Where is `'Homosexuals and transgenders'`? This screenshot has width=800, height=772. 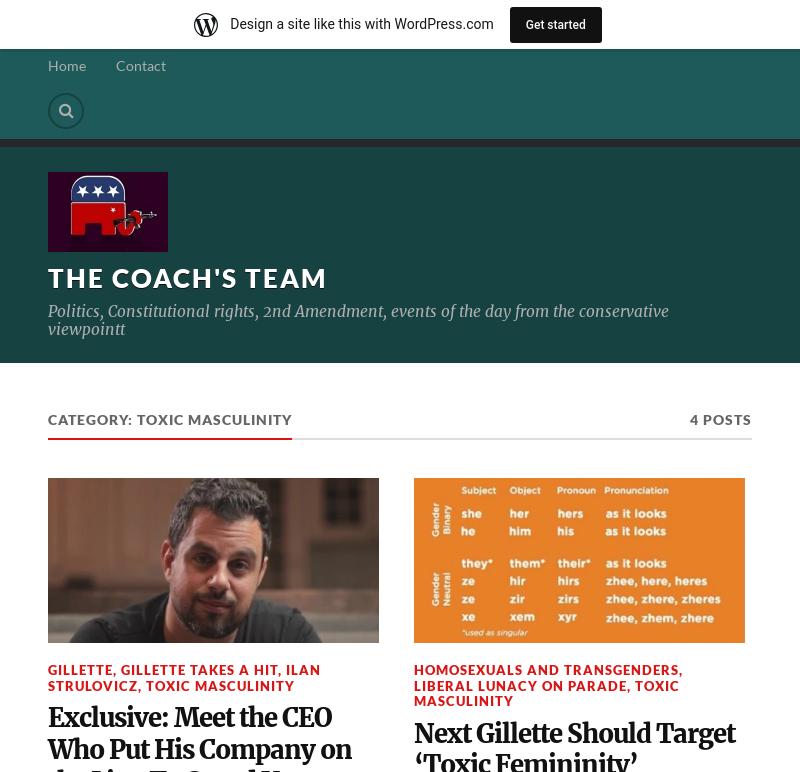 'Homosexuals and transgenders' is located at coordinates (413, 670).